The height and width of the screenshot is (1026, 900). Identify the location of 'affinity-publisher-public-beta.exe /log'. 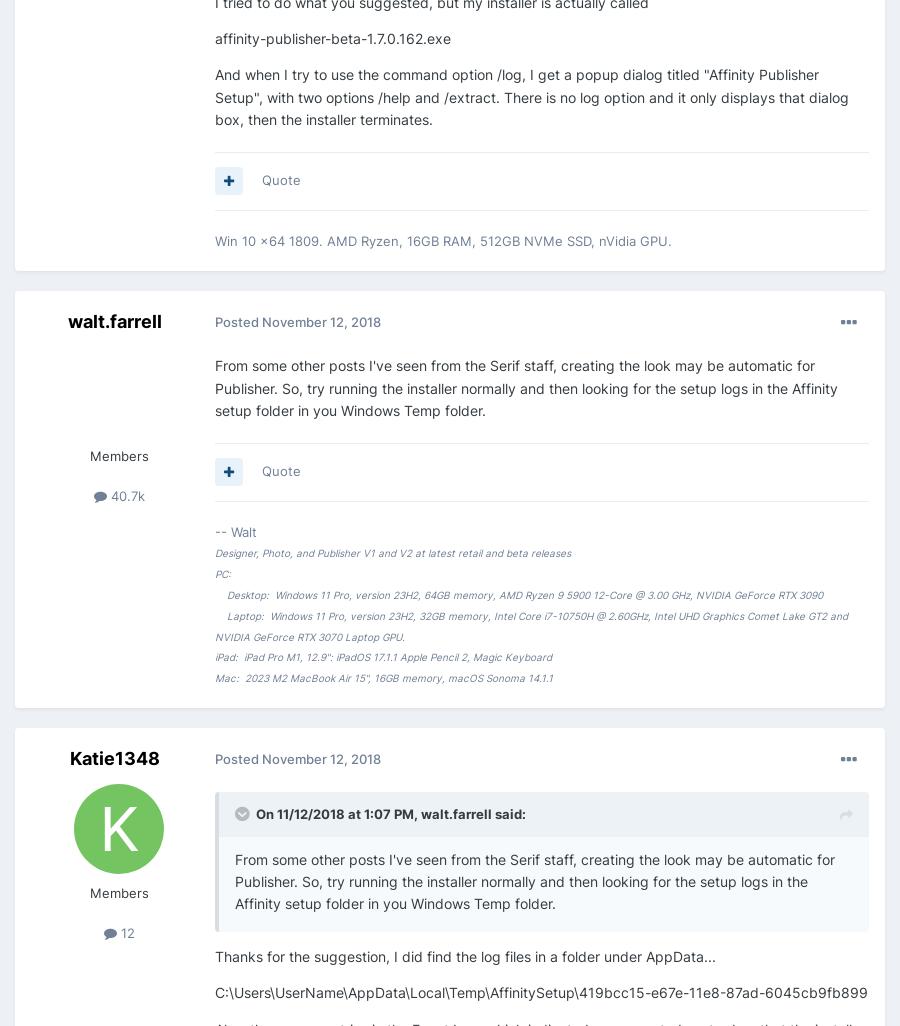
(367, 50).